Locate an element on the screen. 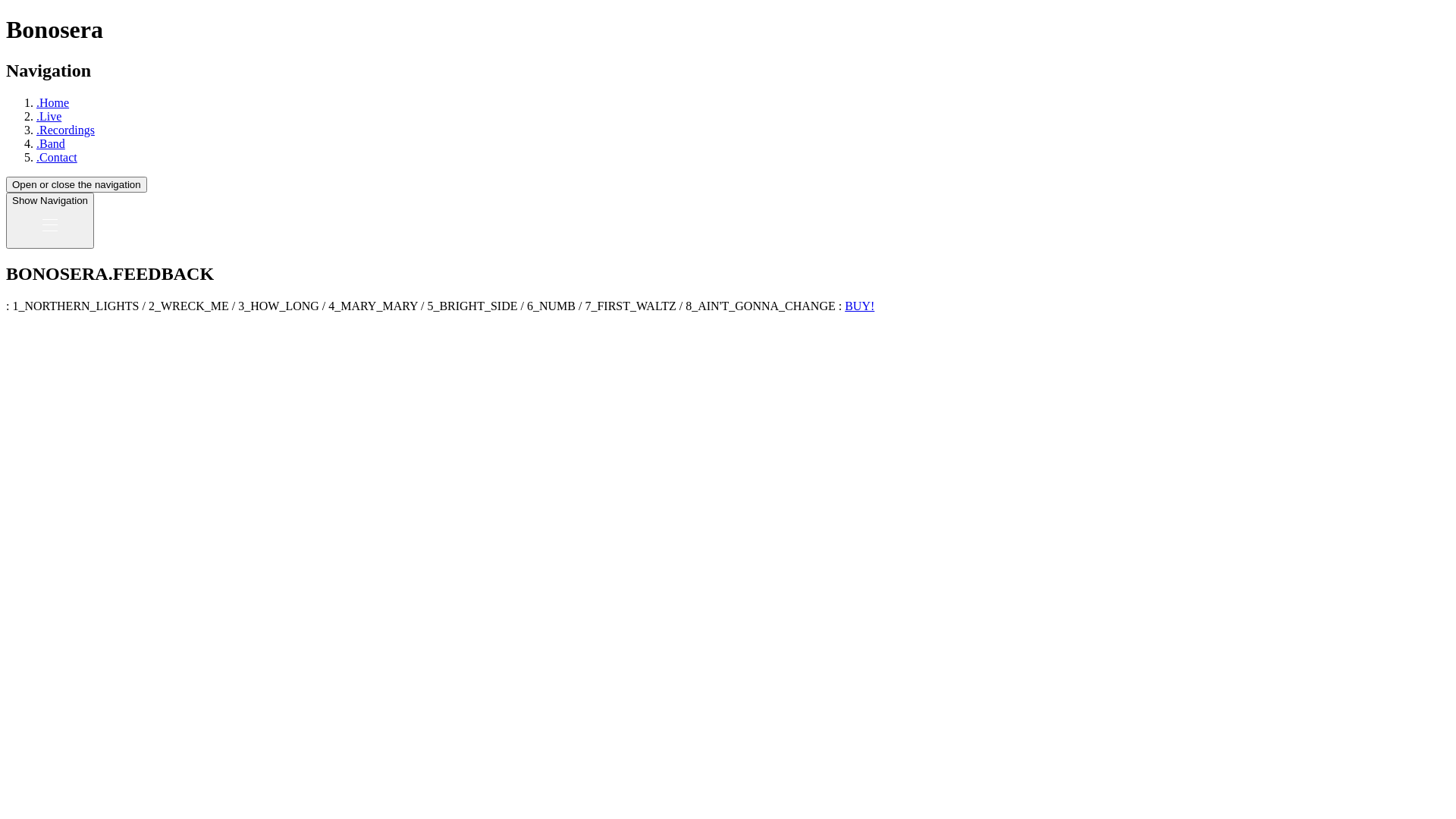 Image resolution: width=1456 pixels, height=819 pixels. 'Show Navigation' is located at coordinates (50, 220).